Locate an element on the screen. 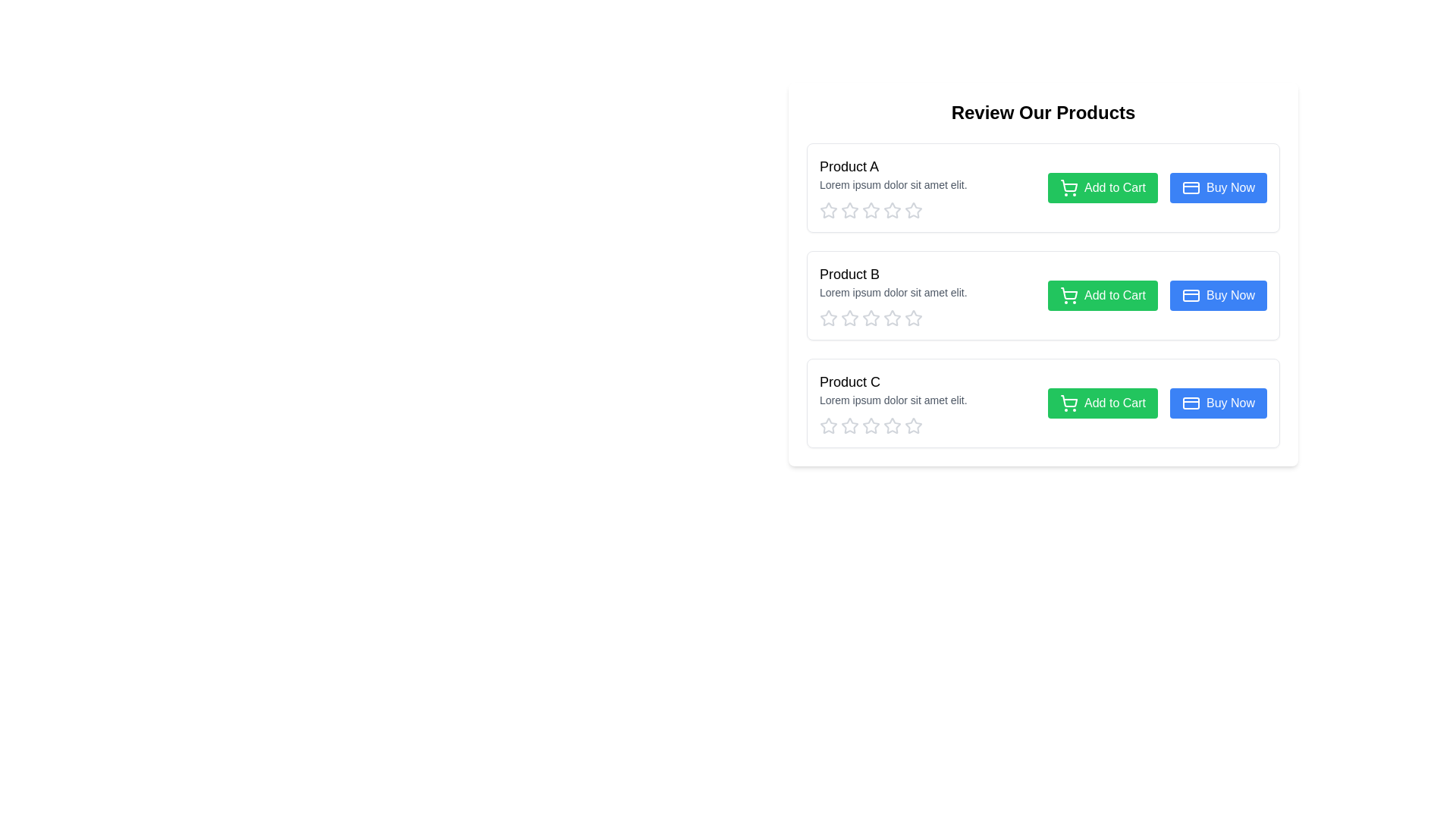 This screenshot has width=1456, height=819. the center star of the Rating system with interactive stars located at the bottom of the 'Product C' section is located at coordinates (871, 426).